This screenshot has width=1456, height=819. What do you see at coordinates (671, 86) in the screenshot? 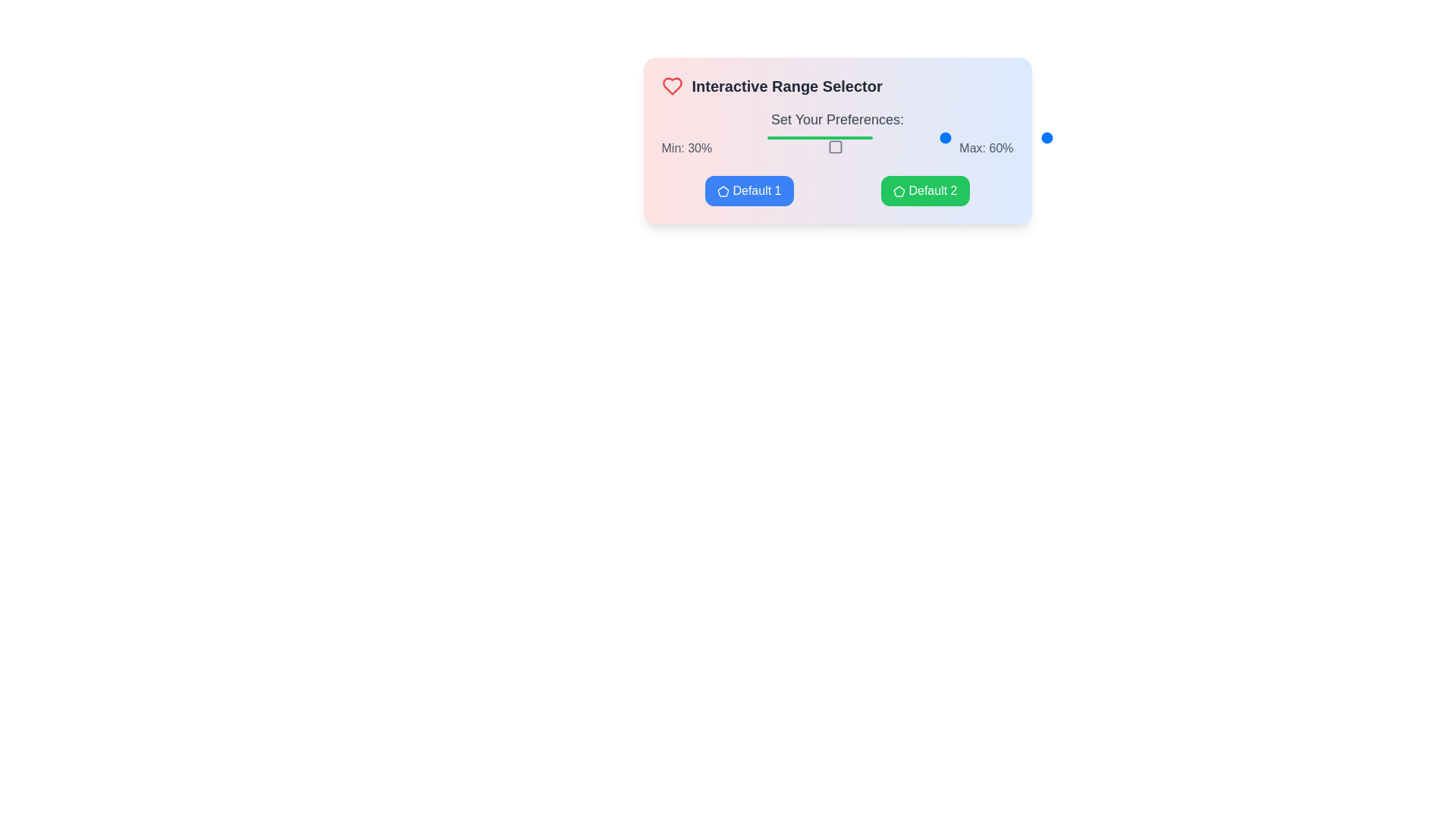
I see `the heart-shaped SVG icon located in the top-left corner of the card, which serves as a decorative indicator associated with the content of the card` at bounding box center [671, 86].